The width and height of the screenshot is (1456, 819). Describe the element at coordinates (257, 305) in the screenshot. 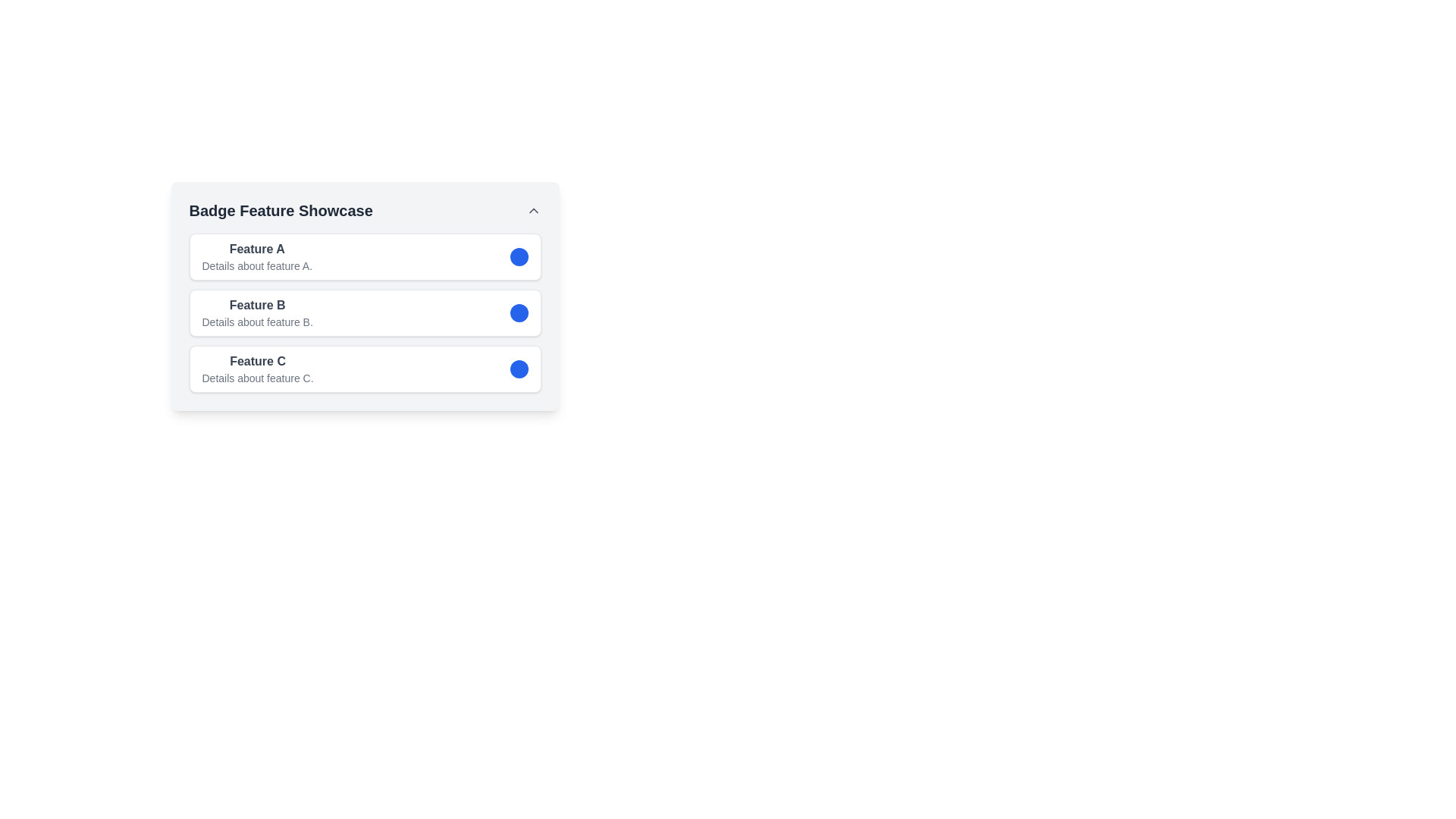

I see `the text label that serves as the title for the associated feature details in the 'Badge Feature Showcase' section, located at the top of the middle list item` at that location.